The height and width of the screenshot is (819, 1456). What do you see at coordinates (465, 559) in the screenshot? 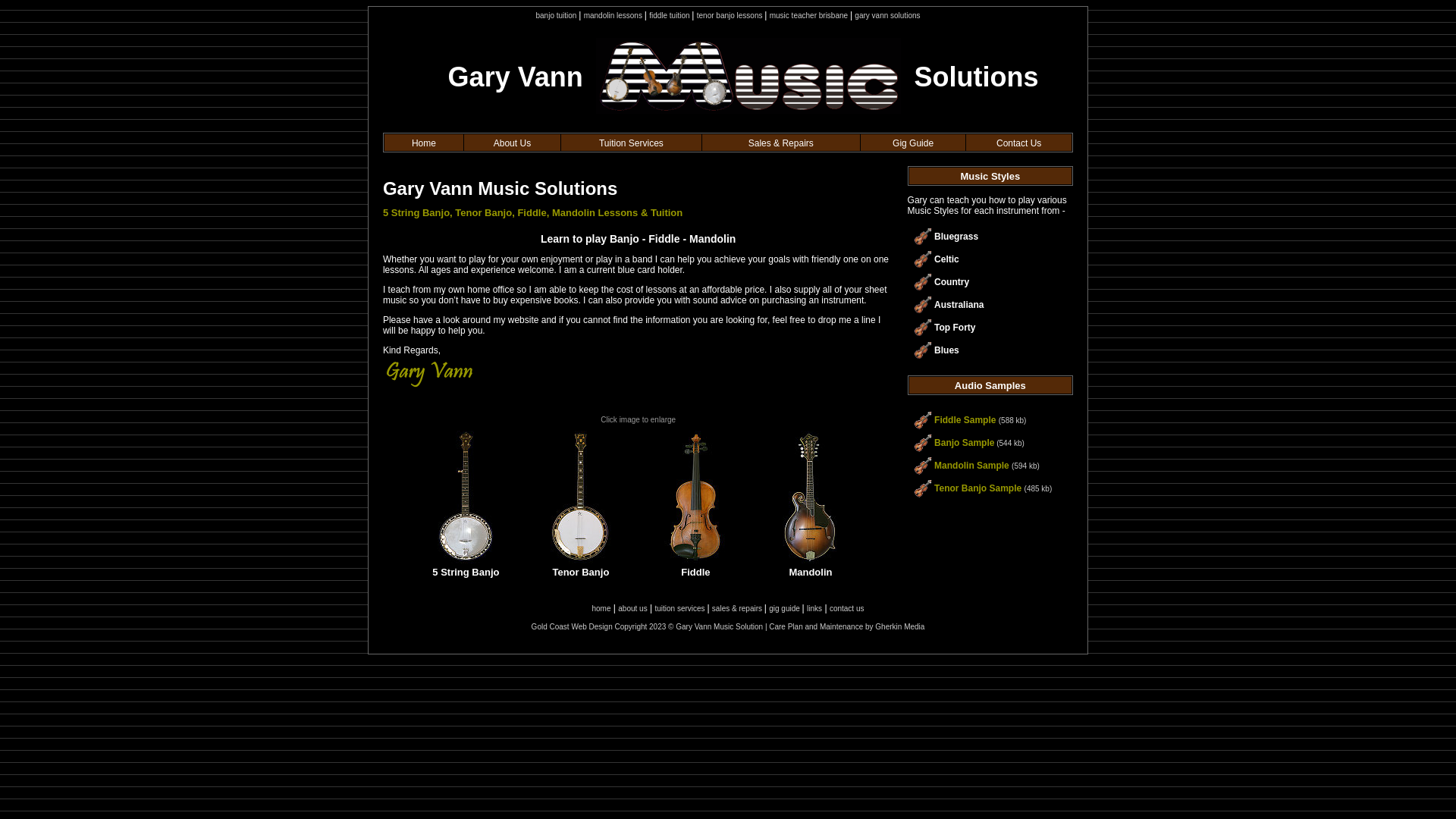
I see `'5 String Banjo'` at bounding box center [465, 559].